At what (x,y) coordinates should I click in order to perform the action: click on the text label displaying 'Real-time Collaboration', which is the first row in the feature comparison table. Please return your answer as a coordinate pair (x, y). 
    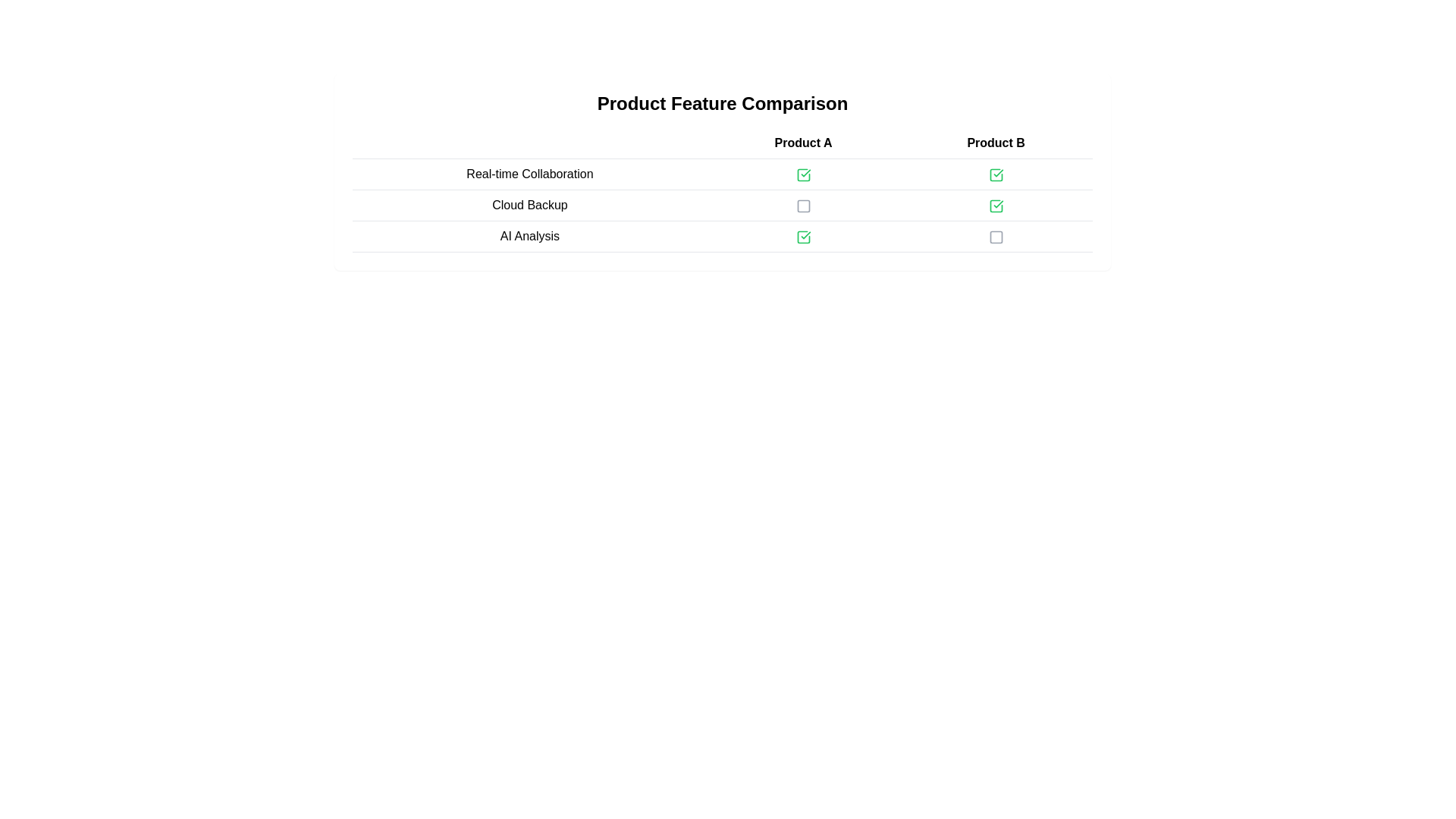
    Looking at the image, I should click on (529, 174).